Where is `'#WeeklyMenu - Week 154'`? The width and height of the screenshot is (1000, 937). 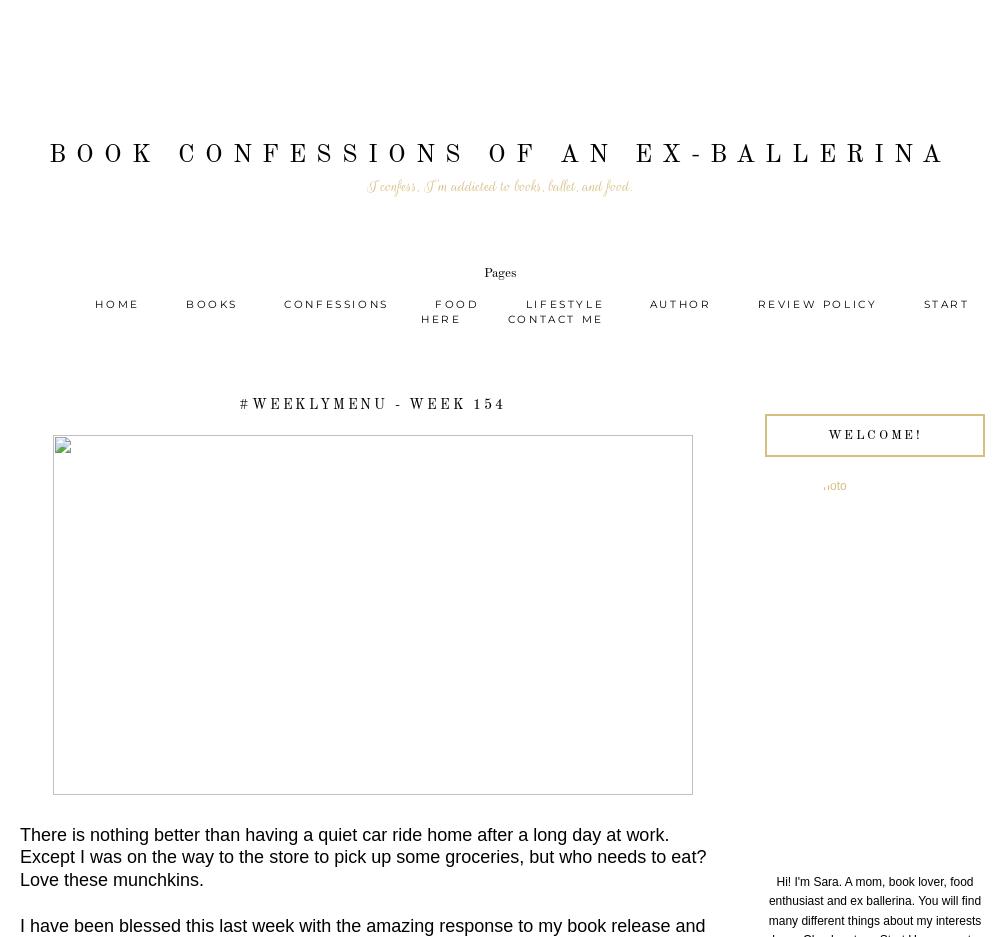 '#WeeklyMenu - Week 154' is located at coordinates (371, 404).